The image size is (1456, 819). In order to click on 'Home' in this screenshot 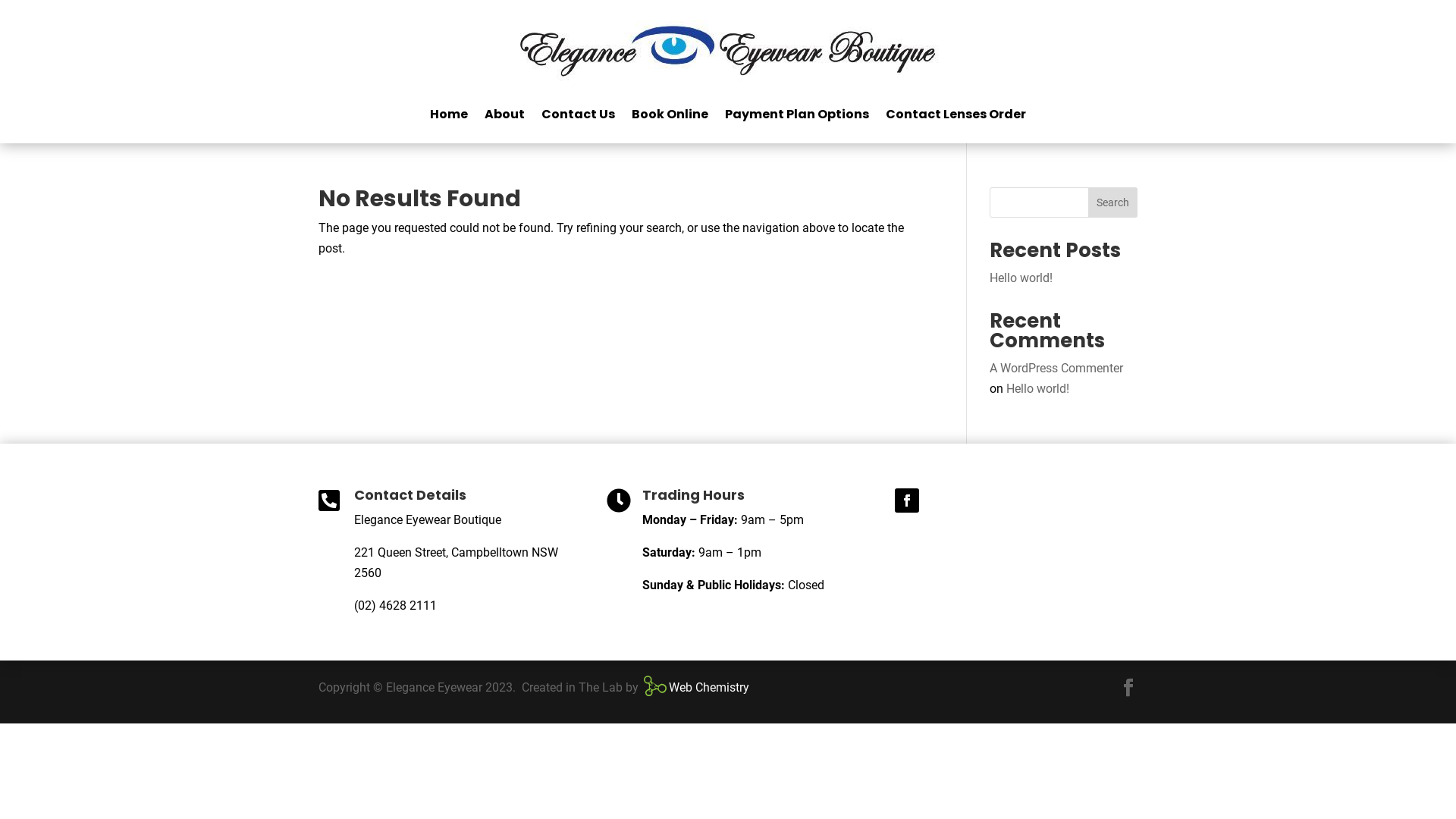, I will do `click(447, 113)`.